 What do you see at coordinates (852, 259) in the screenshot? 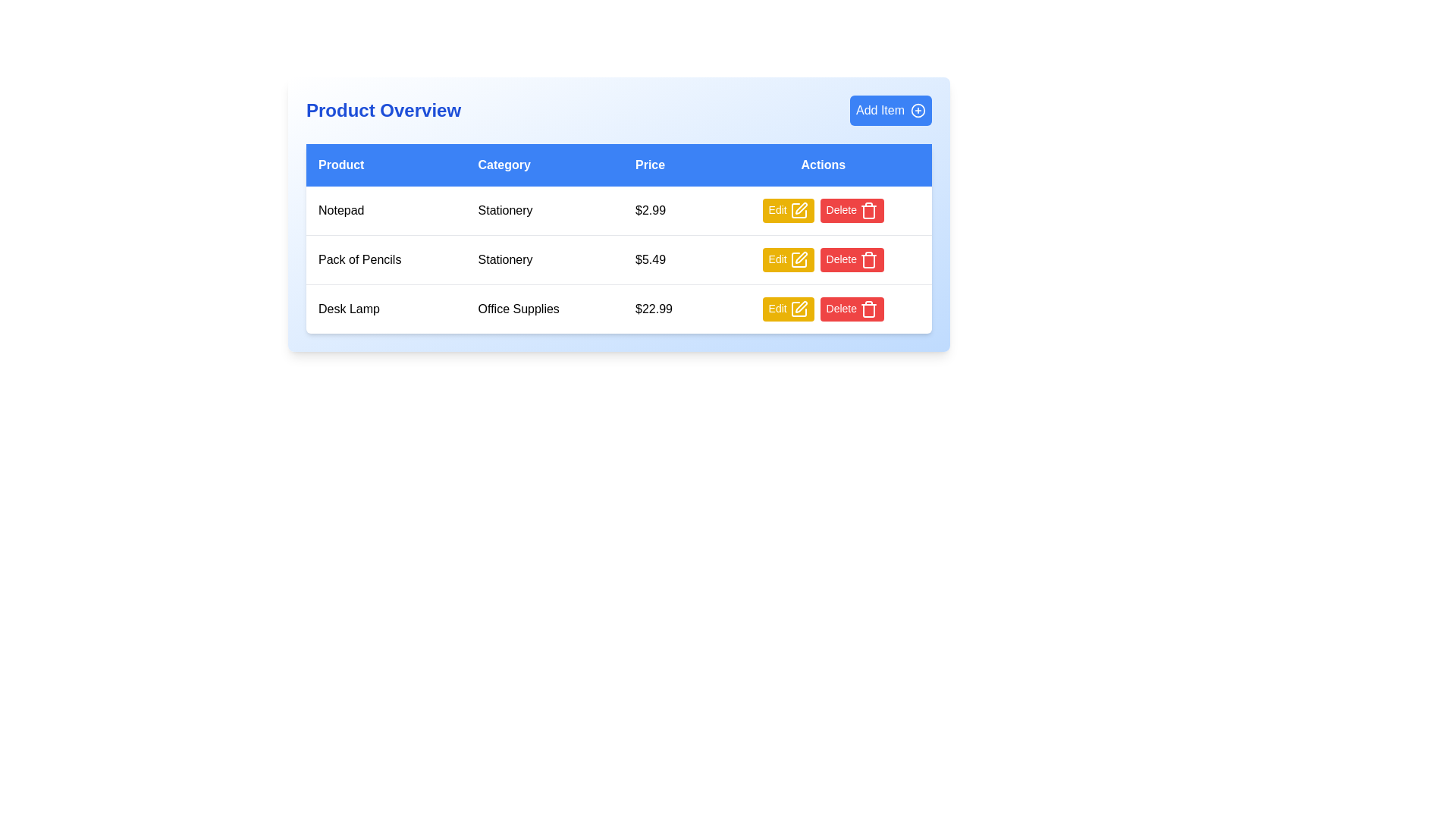
I see `the red 'Delete' button with rounded corners containing a trash can icon to initiate the delete functionality for the product 'Pack of Pencils.'` at bounding box center [852, 259].